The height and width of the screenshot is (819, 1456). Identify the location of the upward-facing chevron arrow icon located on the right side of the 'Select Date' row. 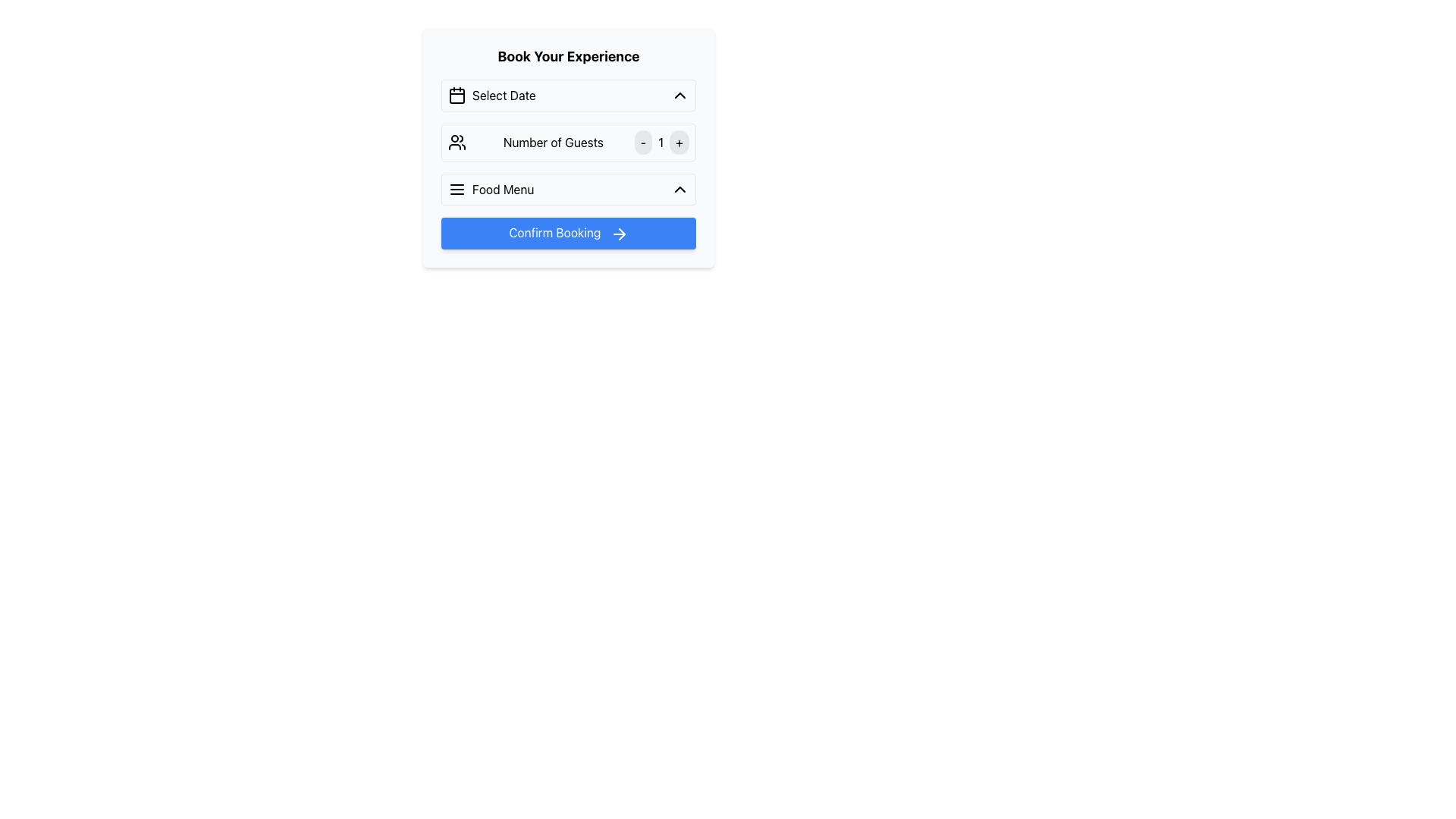
(679, 96).